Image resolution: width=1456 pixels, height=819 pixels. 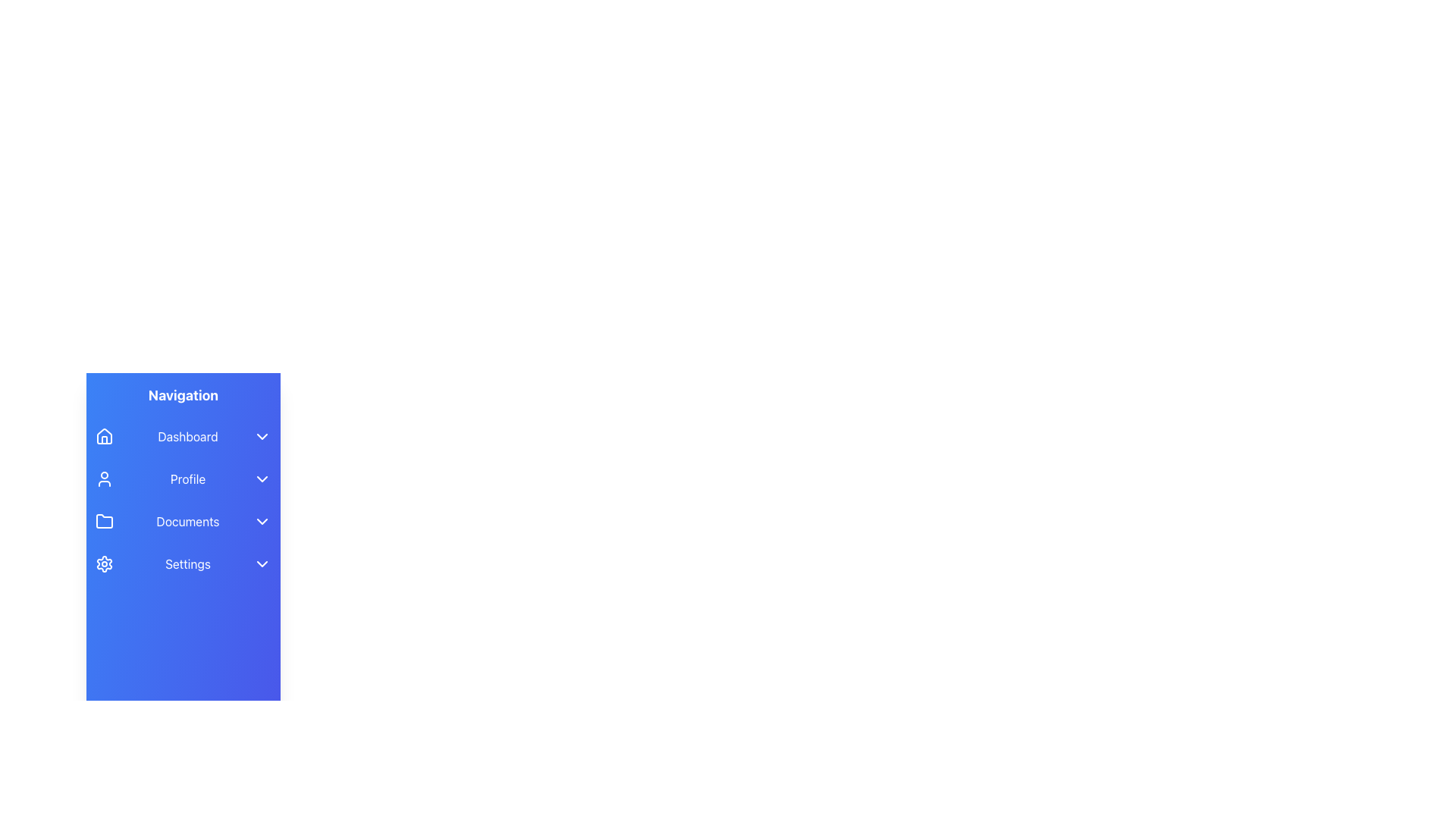 I want to click on the 'Documents' menu item, which is the third item in the vertical navigation bar, featuring a folder icon on the left and a downward-pointing chevron on the right, so click(x=182, y=520).